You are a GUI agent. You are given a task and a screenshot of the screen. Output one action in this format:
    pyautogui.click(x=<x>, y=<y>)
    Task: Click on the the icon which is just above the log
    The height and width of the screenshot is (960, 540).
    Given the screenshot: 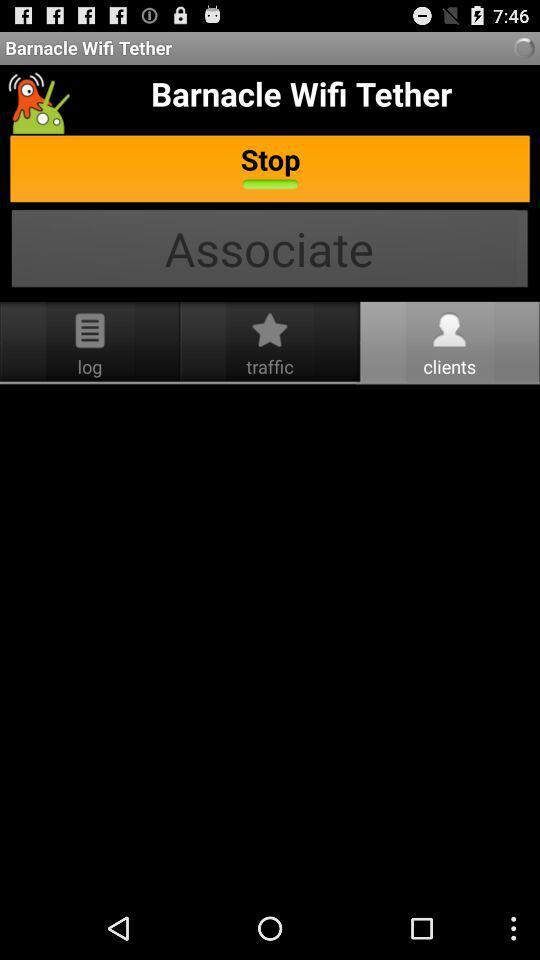 What is the action you would take?
    pyautogui.click(x=89, y=330)
    